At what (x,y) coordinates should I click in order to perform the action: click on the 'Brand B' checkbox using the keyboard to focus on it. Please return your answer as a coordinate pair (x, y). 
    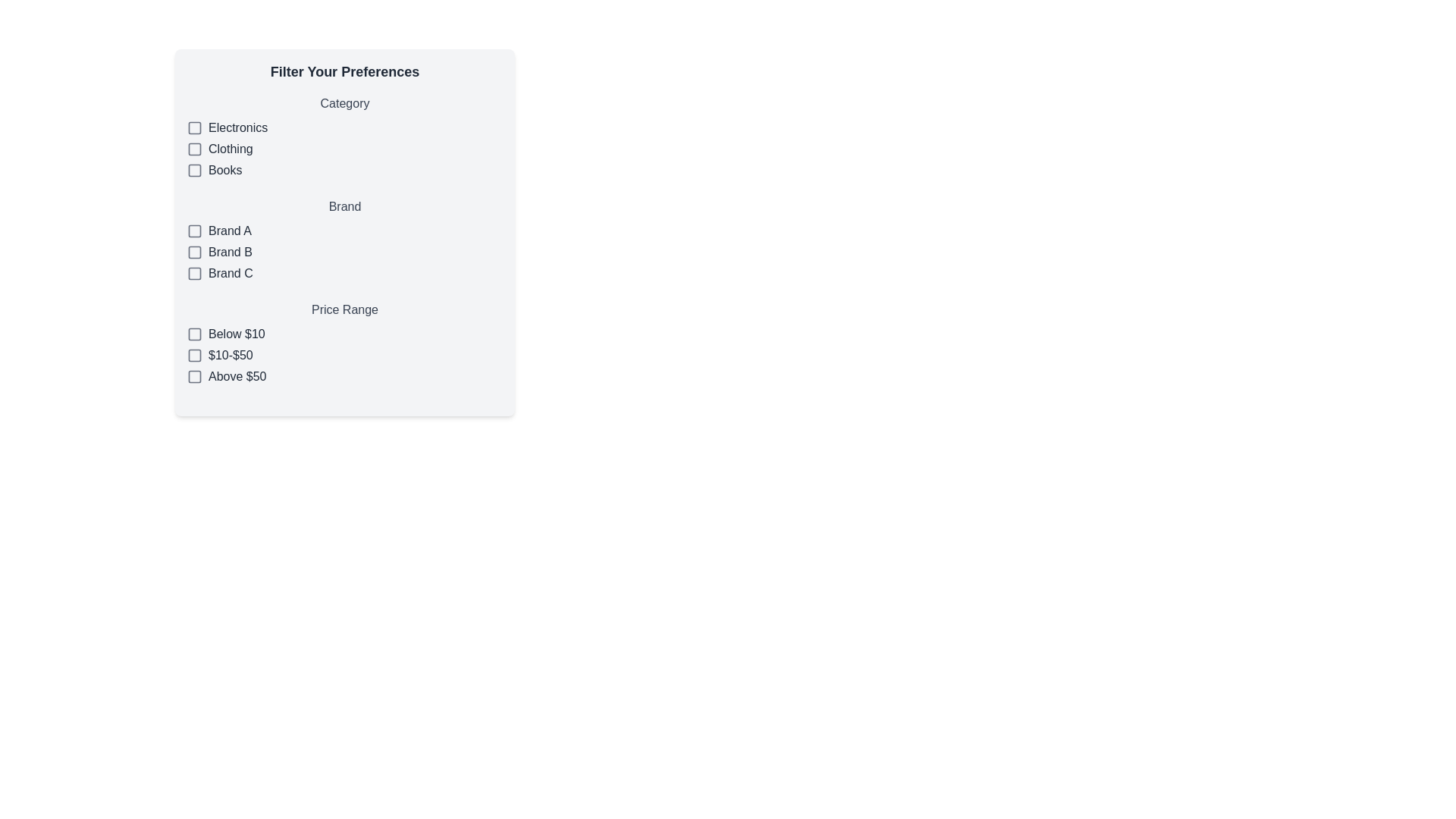
    Looking at the image, I should click on (344, 251).